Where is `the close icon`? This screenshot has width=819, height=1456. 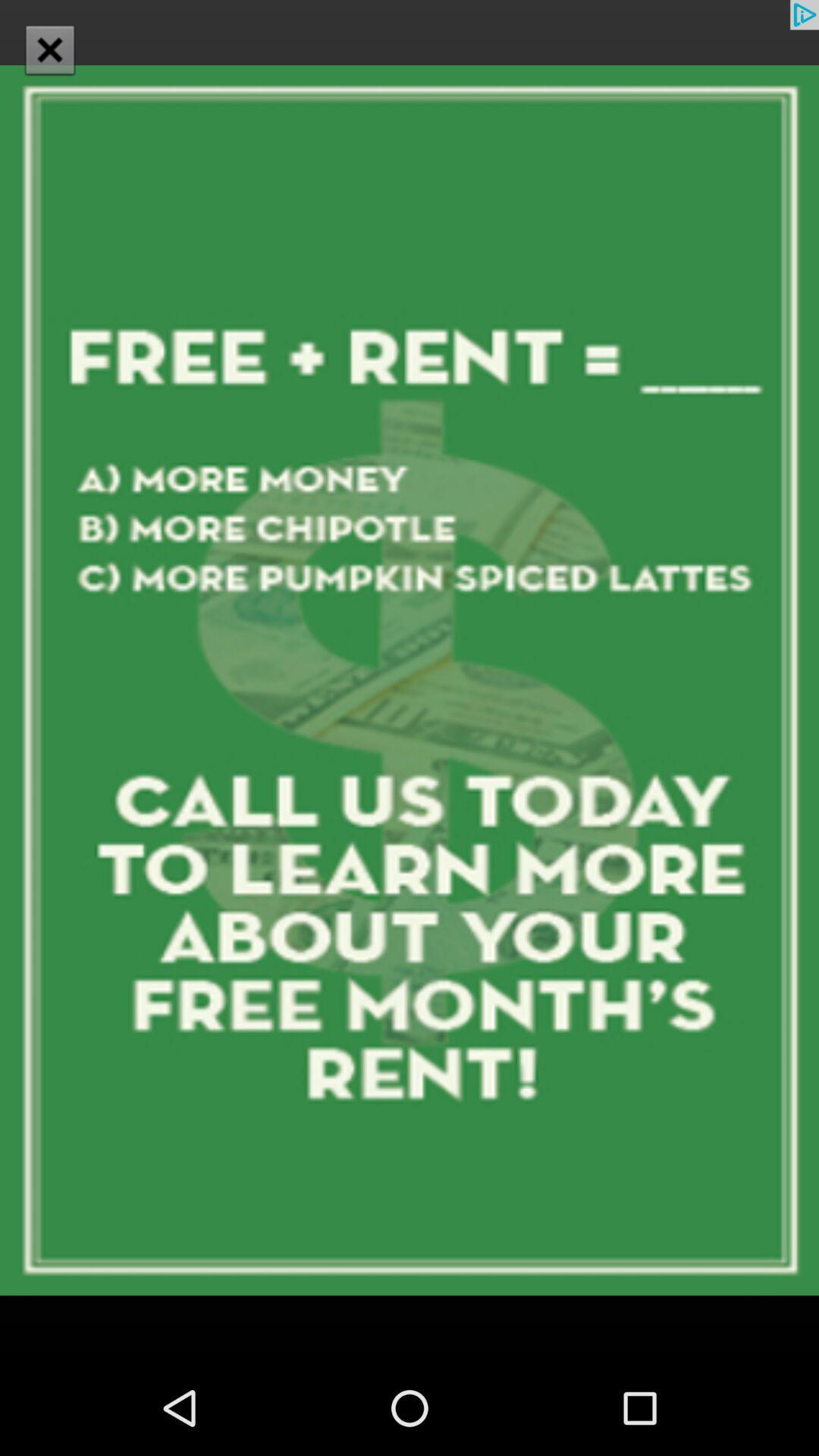
the close icon is located at coordinates (69, 74).